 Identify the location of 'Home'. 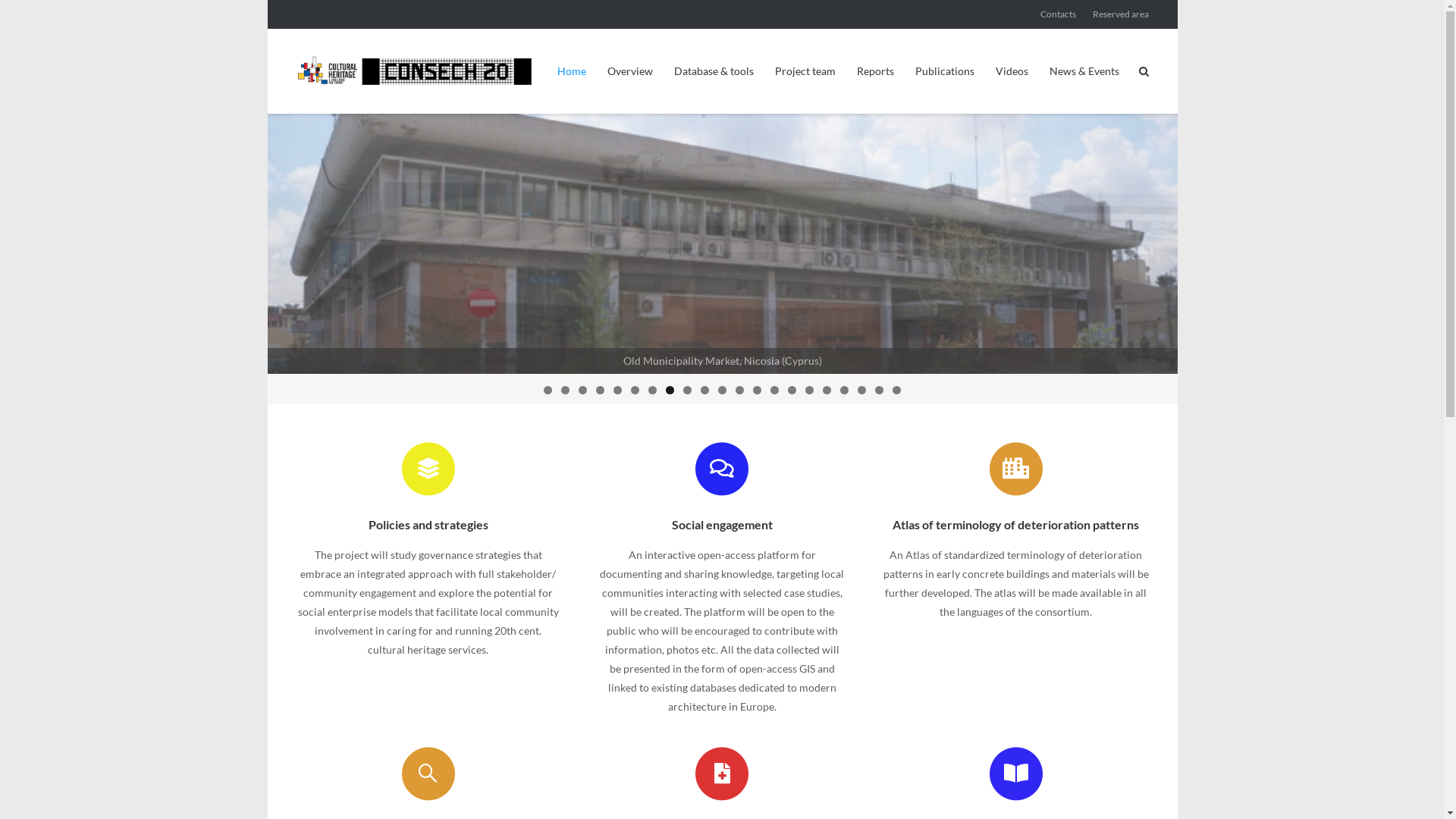
(570, 71).